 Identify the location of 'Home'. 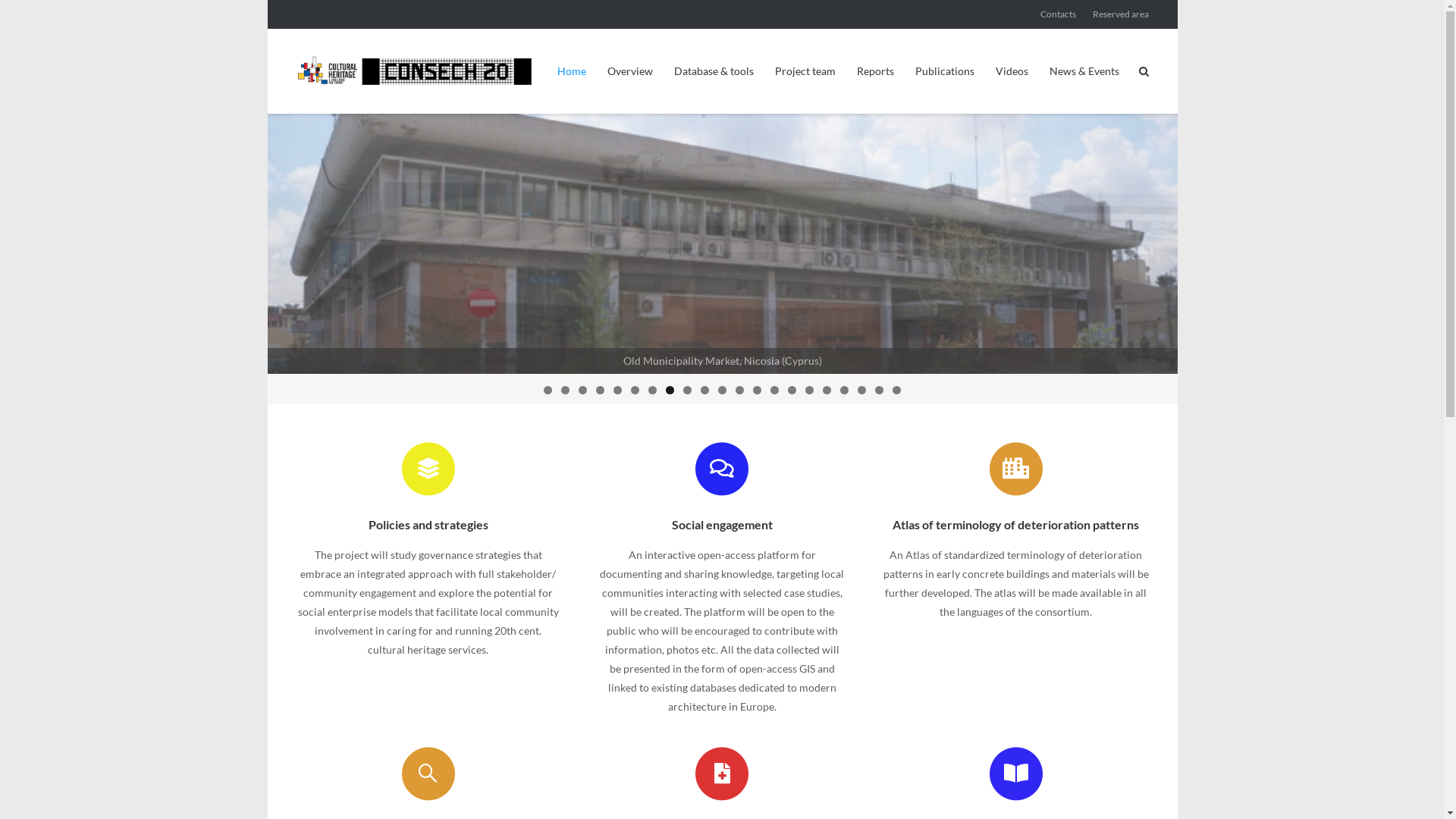
(570, 71).